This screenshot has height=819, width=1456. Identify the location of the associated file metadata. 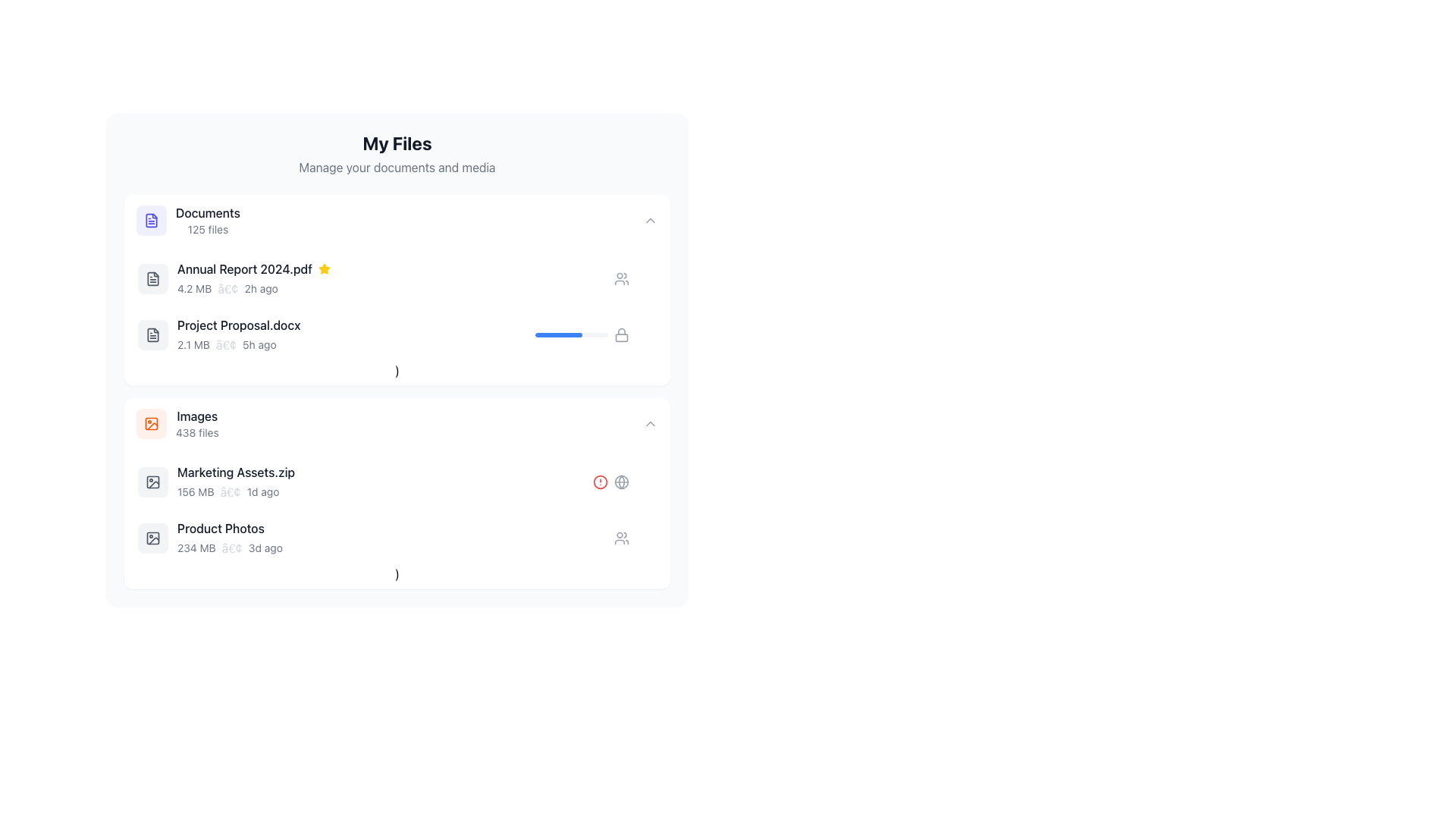
(396, 289).